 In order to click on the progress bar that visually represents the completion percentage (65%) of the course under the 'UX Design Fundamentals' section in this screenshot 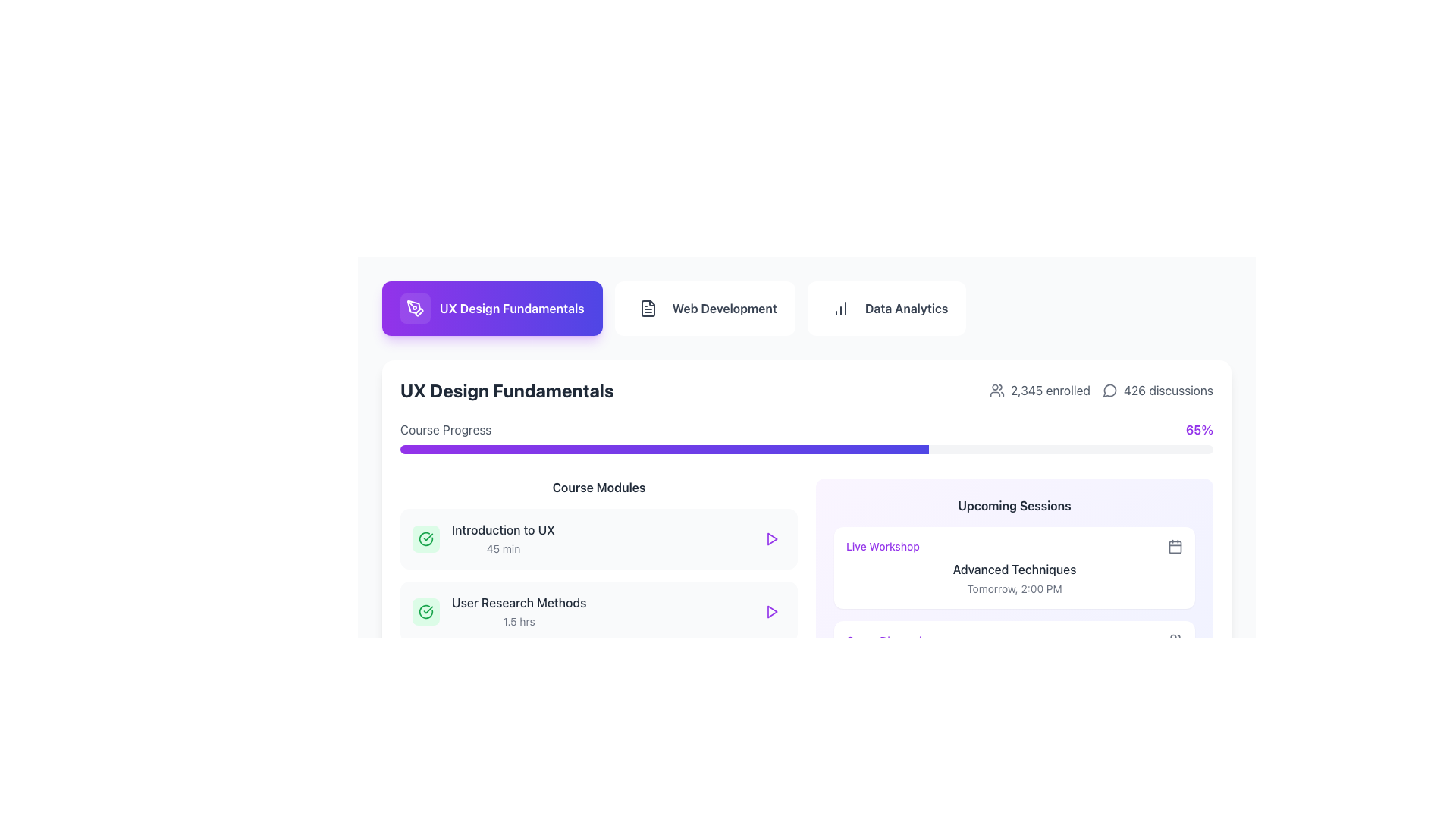, I will do `click(806, 438)`.